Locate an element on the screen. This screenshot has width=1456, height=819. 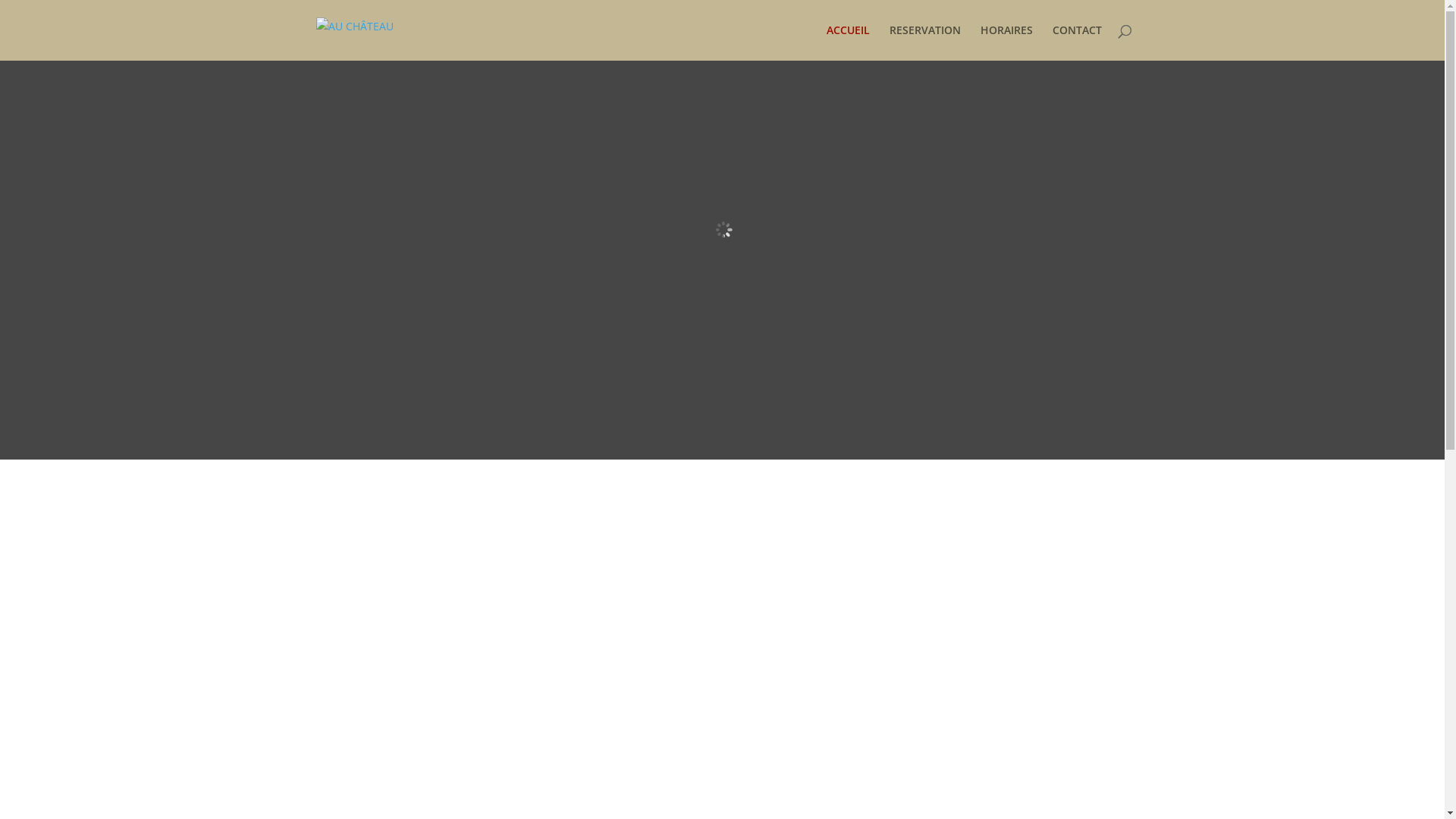
'CONTACT' is located at coordinates (1076, 42).